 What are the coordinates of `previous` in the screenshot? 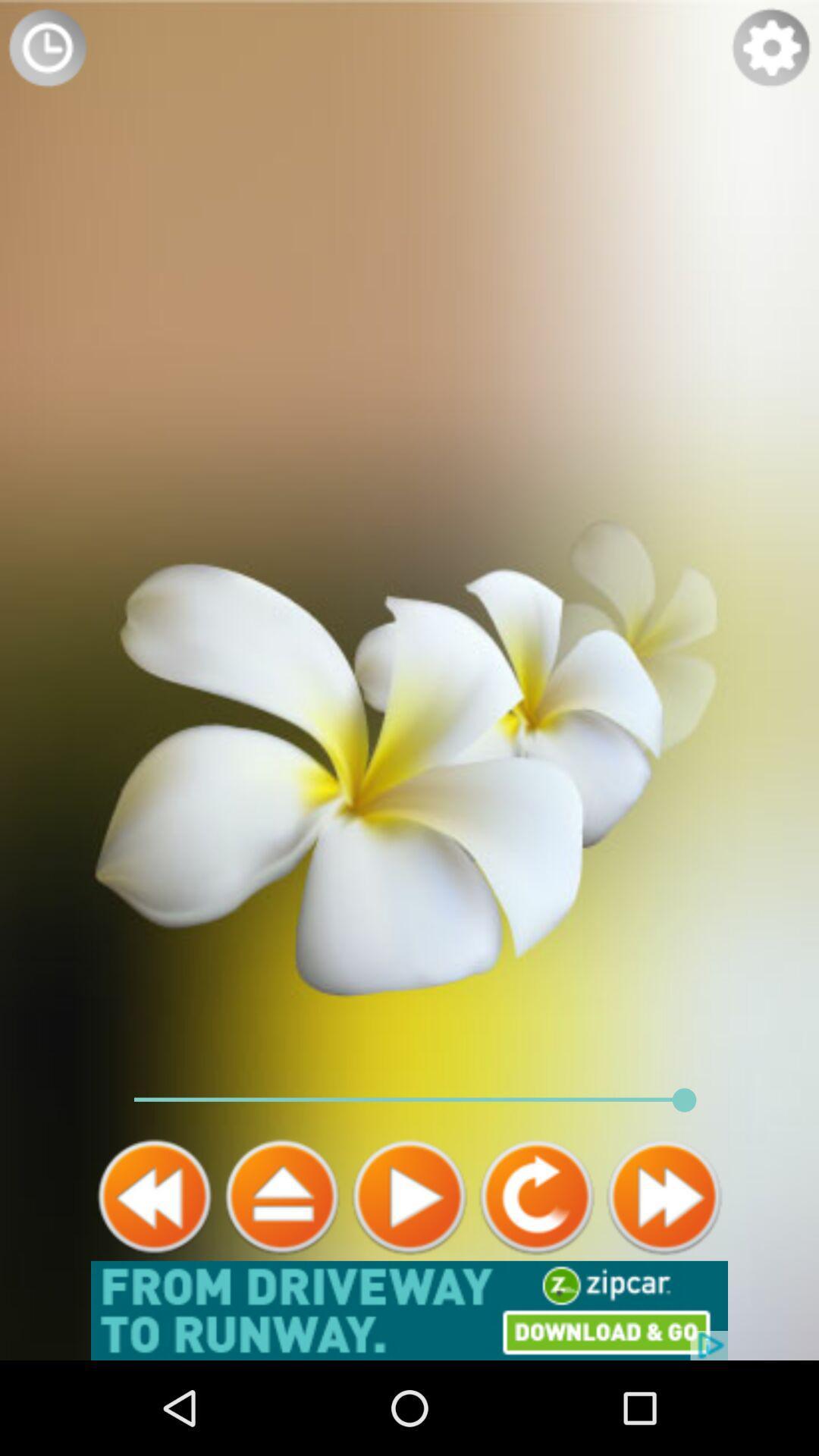 It's located at (155, 1196).